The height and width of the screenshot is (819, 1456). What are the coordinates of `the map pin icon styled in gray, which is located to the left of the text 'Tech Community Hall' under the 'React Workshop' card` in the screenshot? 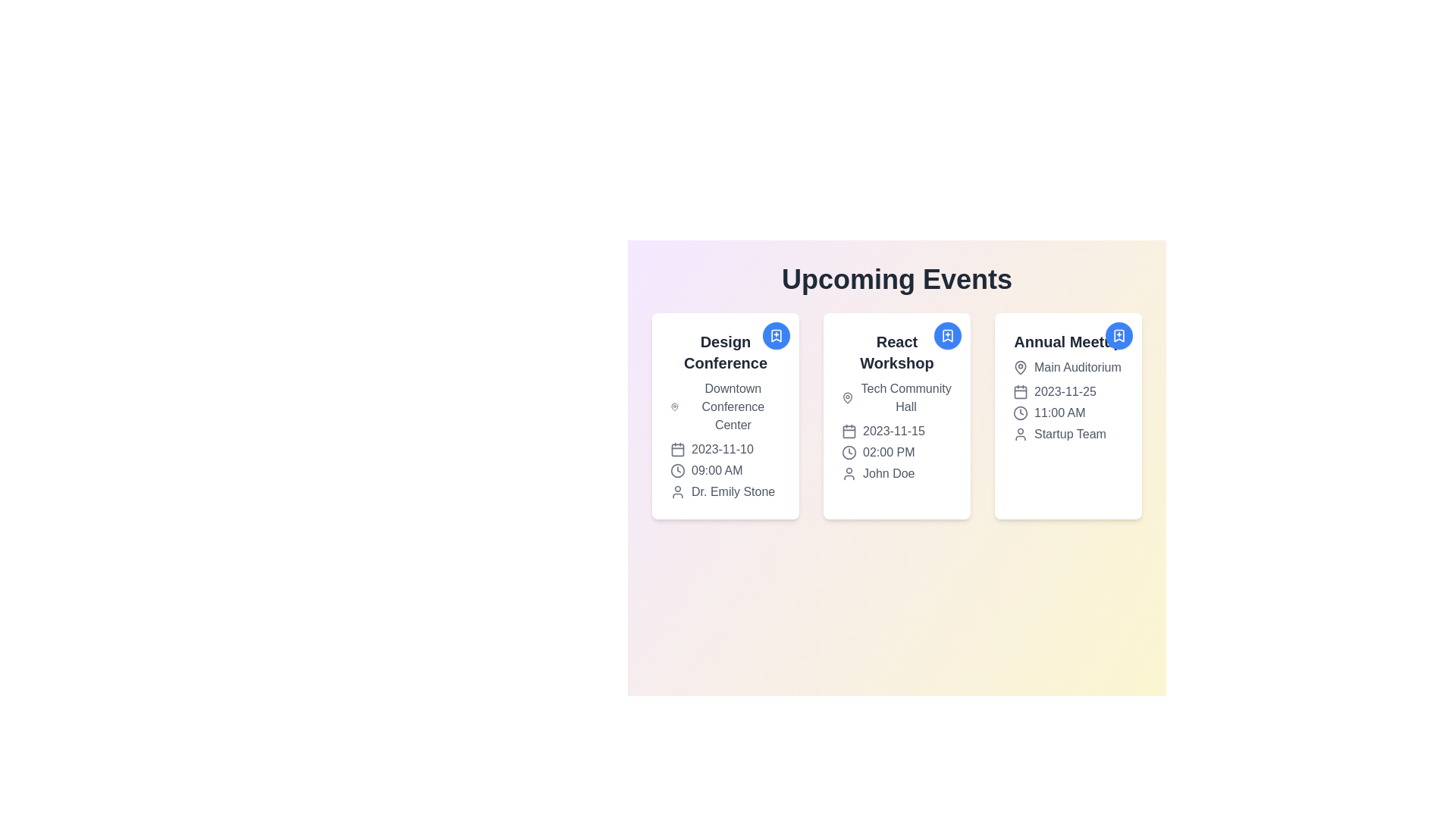 It's located at (847, 397).